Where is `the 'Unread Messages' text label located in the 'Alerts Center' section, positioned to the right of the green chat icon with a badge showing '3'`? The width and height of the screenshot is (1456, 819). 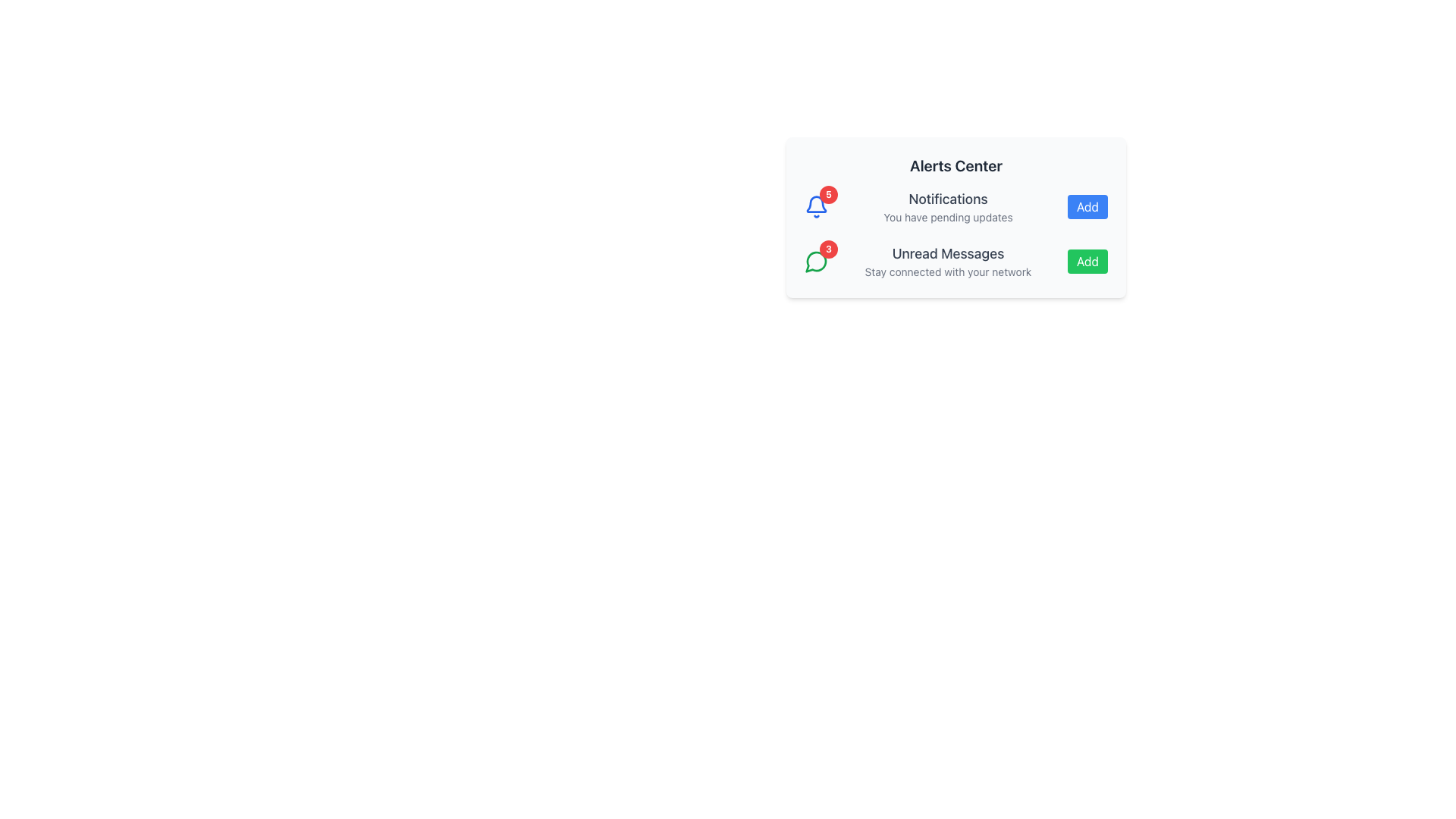
the 'Unread Messages' text label located in the 'Alerts Center' section, positioned to the right of the green chat icon with a badge showing '3' is located at coordinates (947, 253).